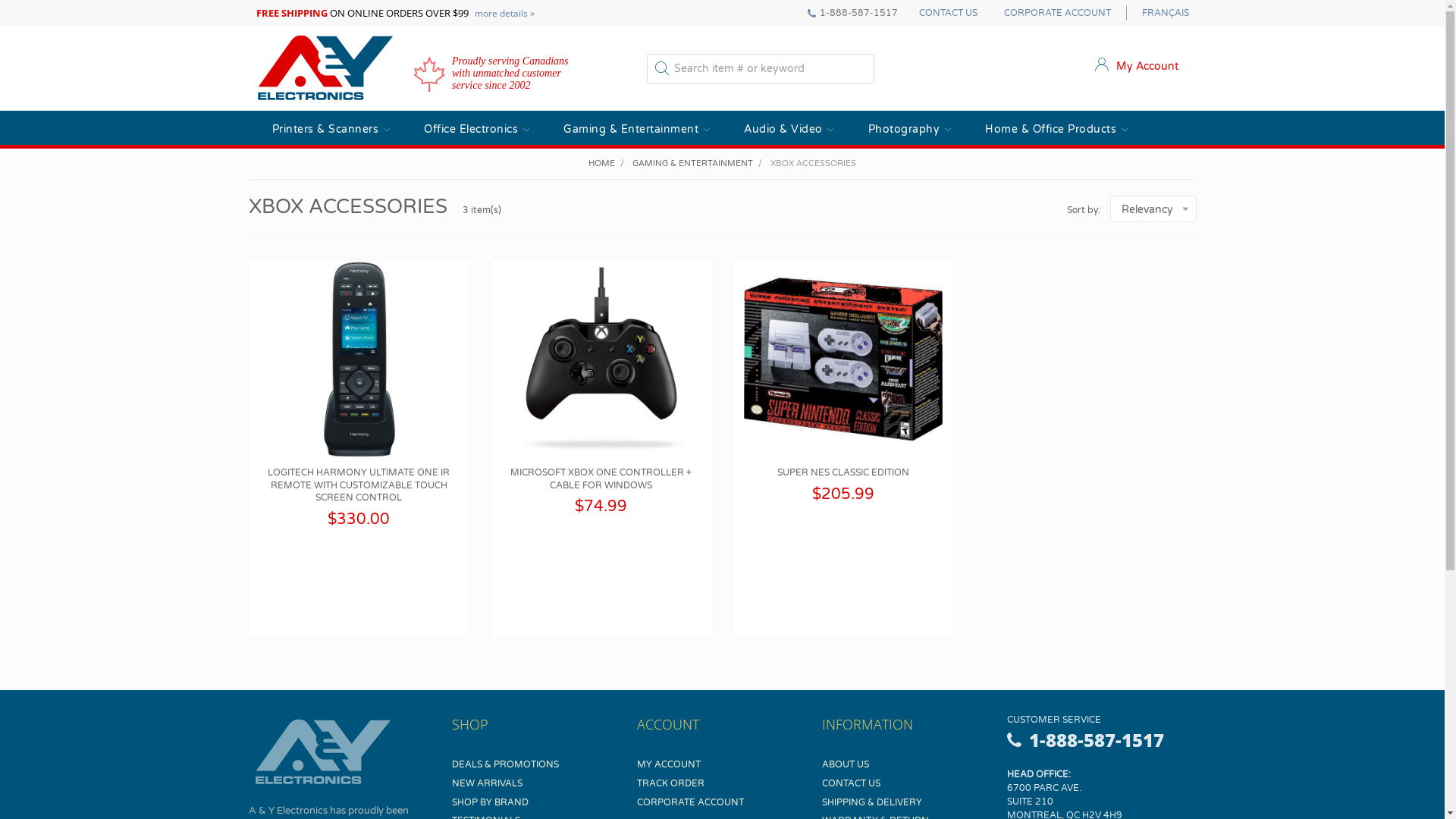 This screenshot has height=819, width=1456. Describe the element at coordinates (450, 764) in the screenshot. I see `'DEALS & PROMOTIONS'` at that location.